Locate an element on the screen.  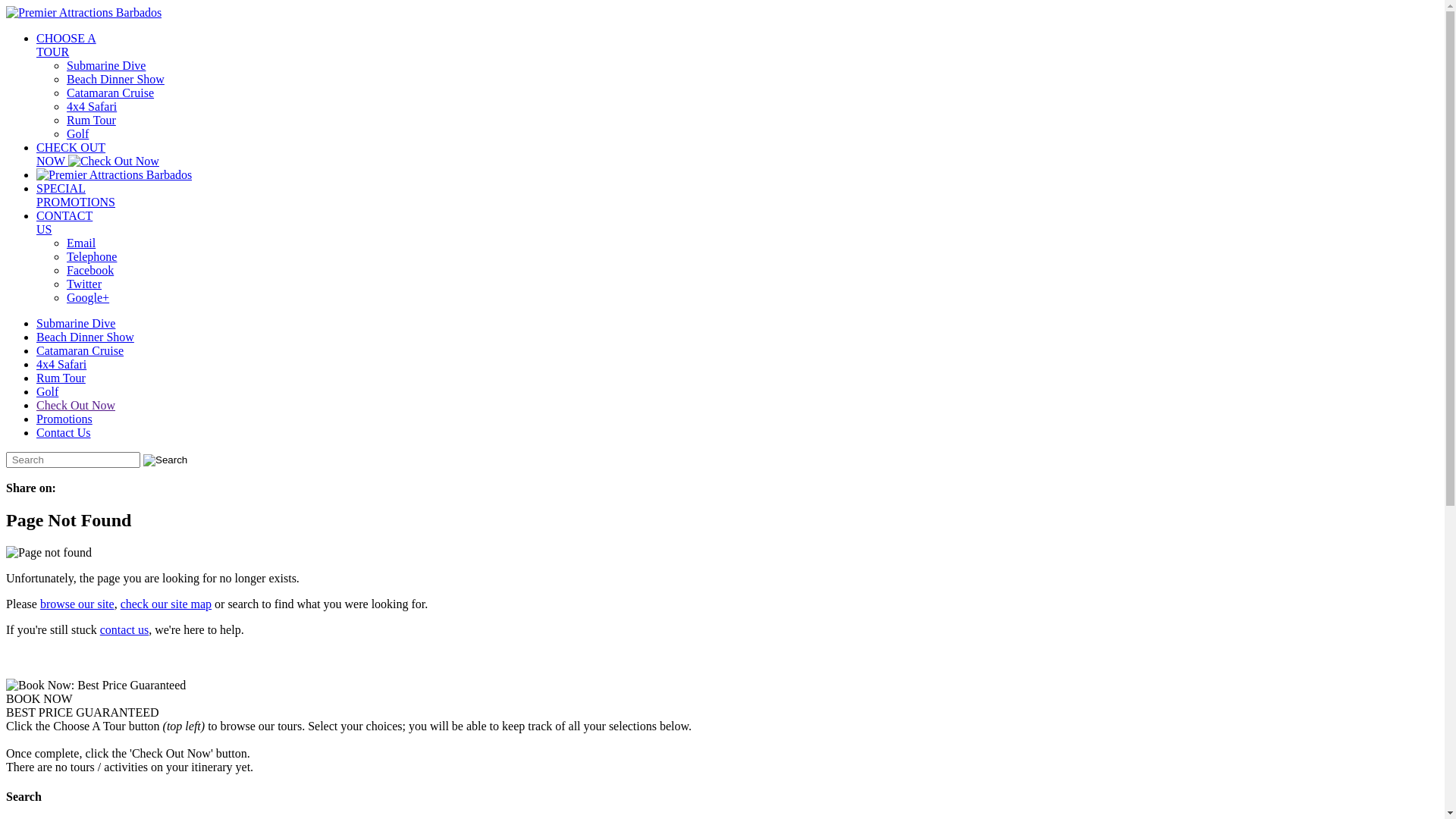
'Submarine Dive' is located at coordinates (105, 64).